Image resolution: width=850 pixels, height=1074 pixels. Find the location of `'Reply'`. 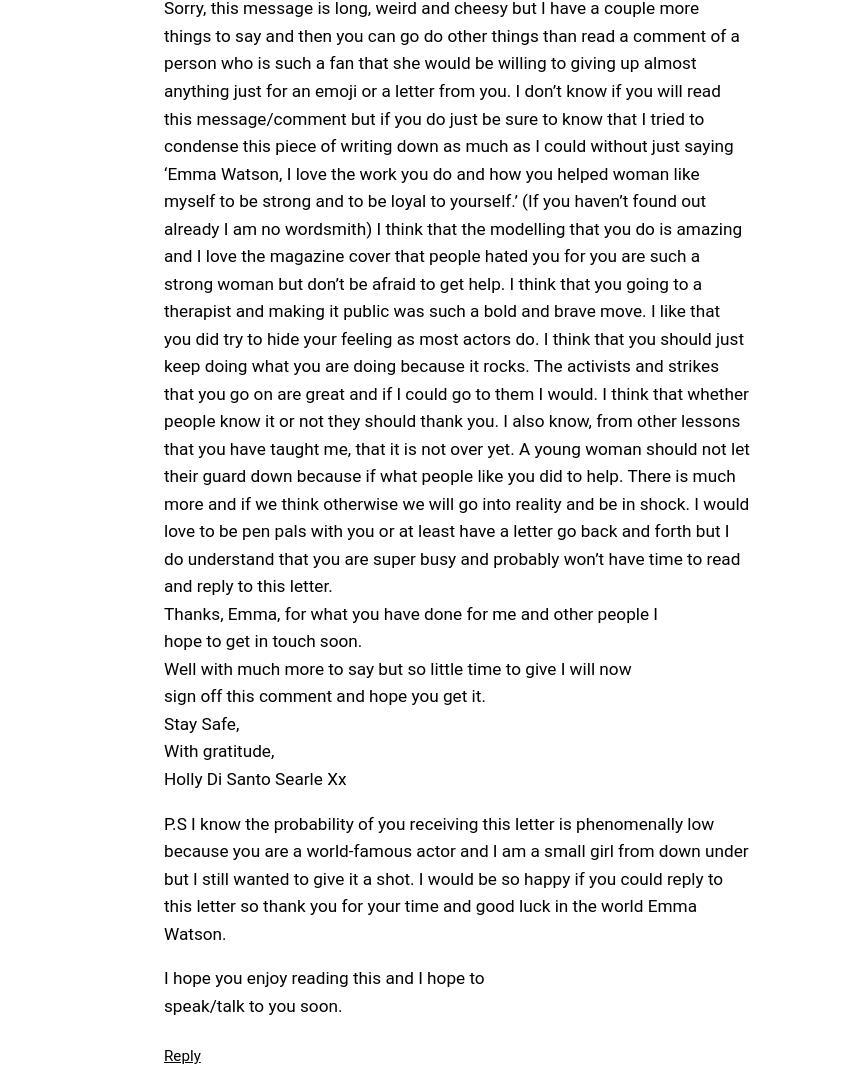

'Reply' is located at coordinates (180, 1055).